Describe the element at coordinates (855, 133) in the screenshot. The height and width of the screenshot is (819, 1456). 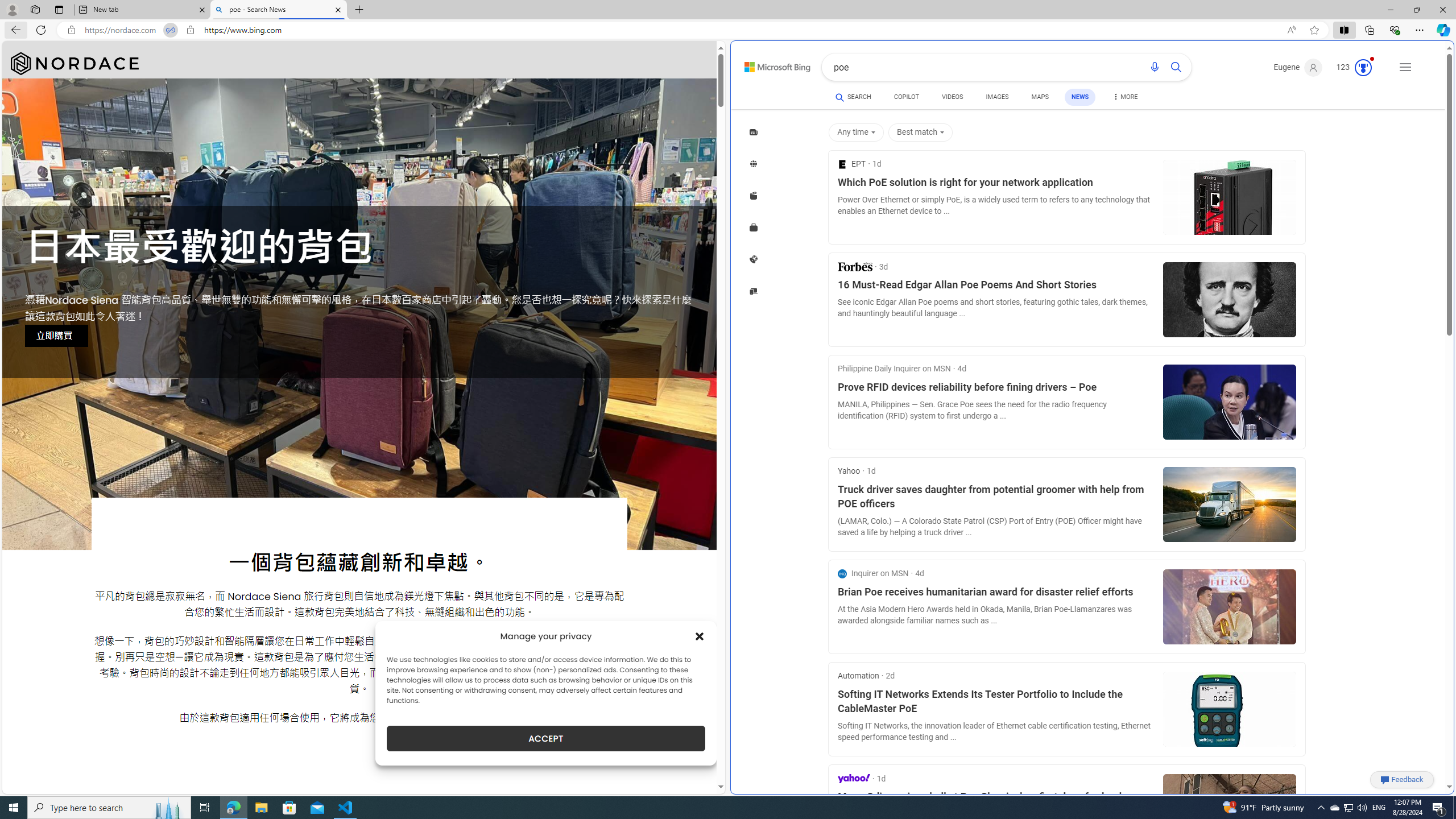
I see `'Any time'` at that location.